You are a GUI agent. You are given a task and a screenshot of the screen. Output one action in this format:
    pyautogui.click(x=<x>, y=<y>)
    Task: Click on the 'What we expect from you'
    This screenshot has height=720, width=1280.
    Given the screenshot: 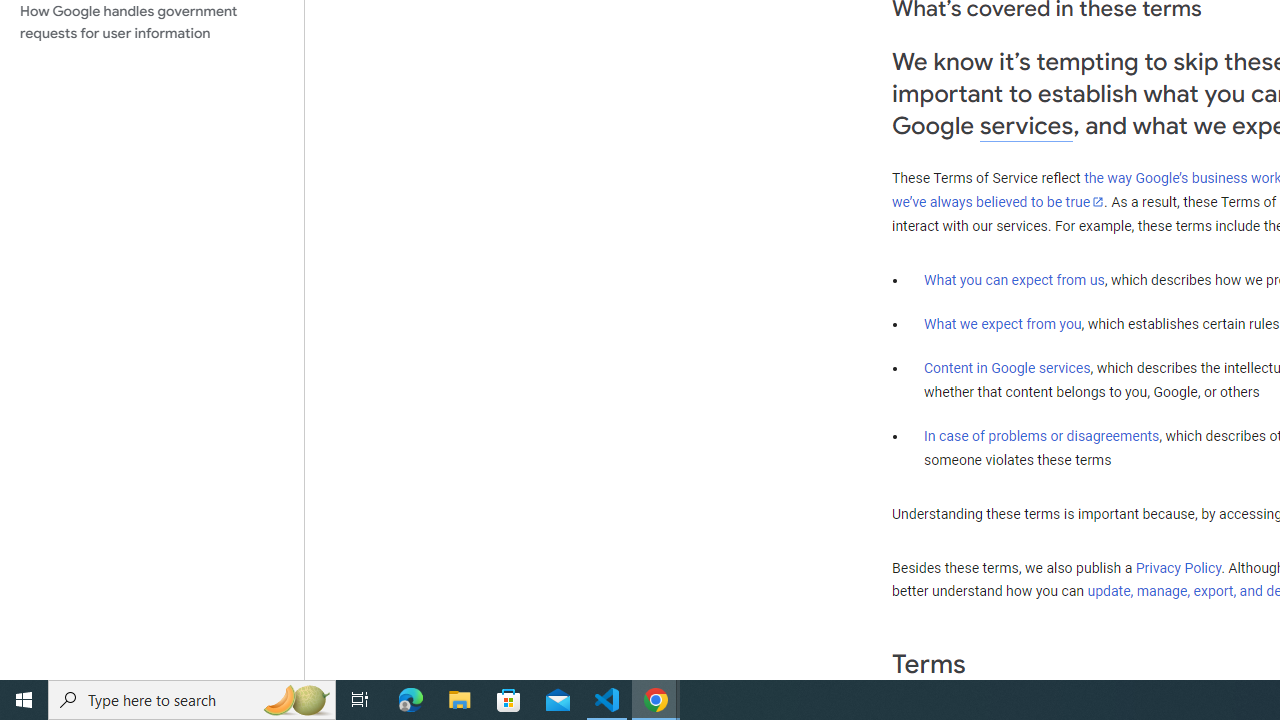 What is the action you would take?
    pyautogui.click(x=1002, y=323)
    